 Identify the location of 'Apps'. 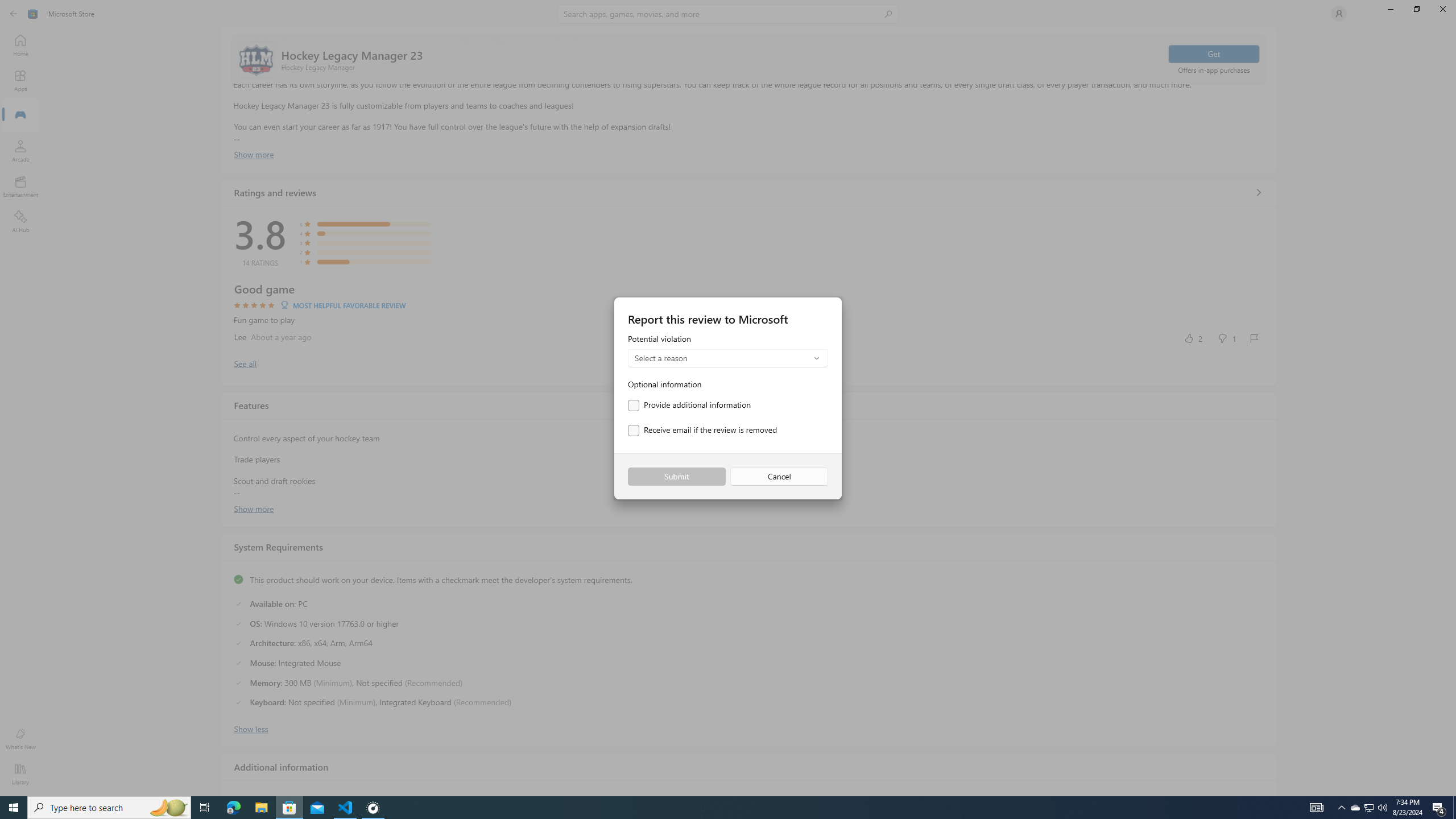
(19, 80).